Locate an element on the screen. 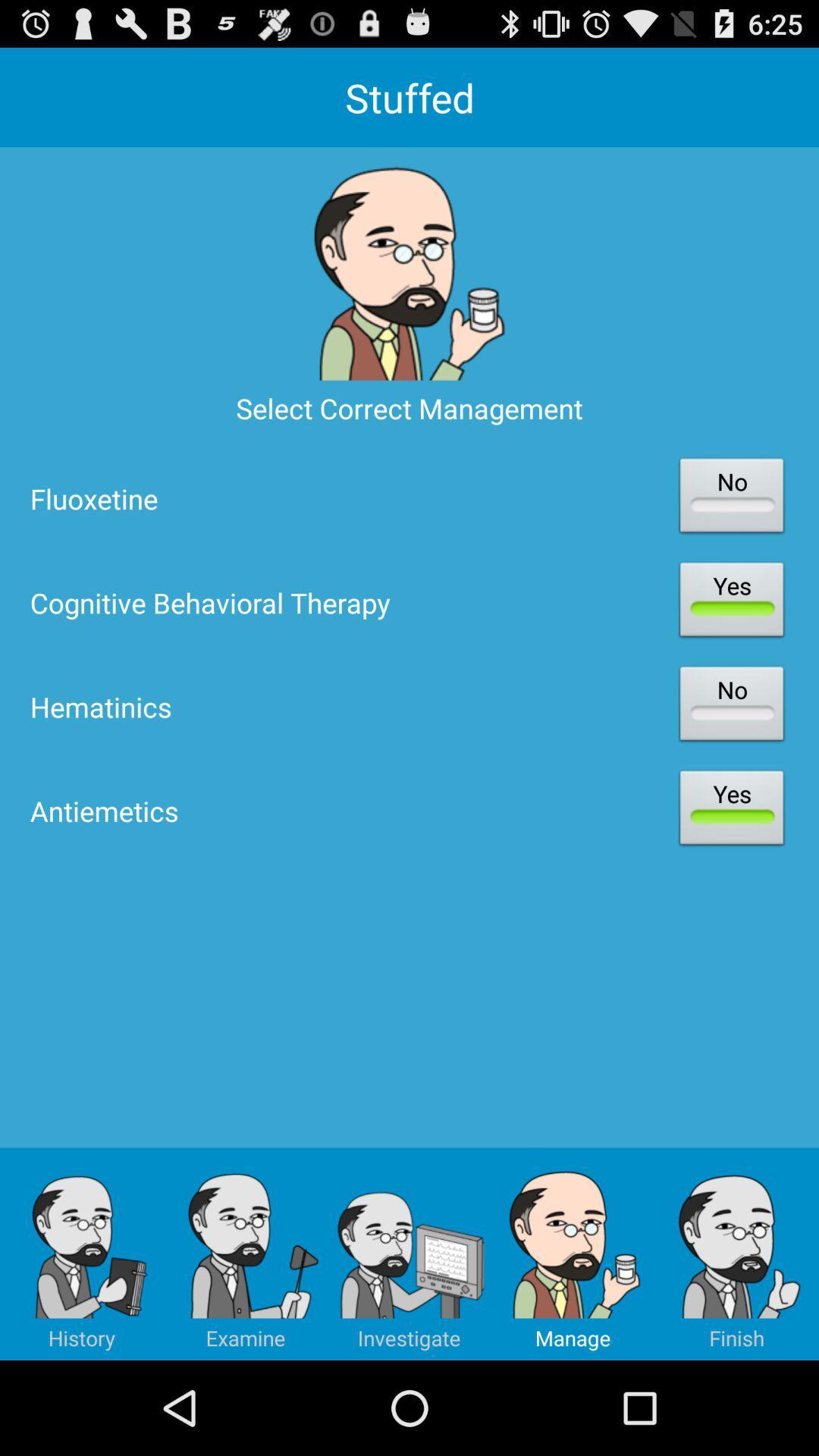 This screenshot has width=819, height=1456. the first yes button in the page is located at coordinates (730, 602).